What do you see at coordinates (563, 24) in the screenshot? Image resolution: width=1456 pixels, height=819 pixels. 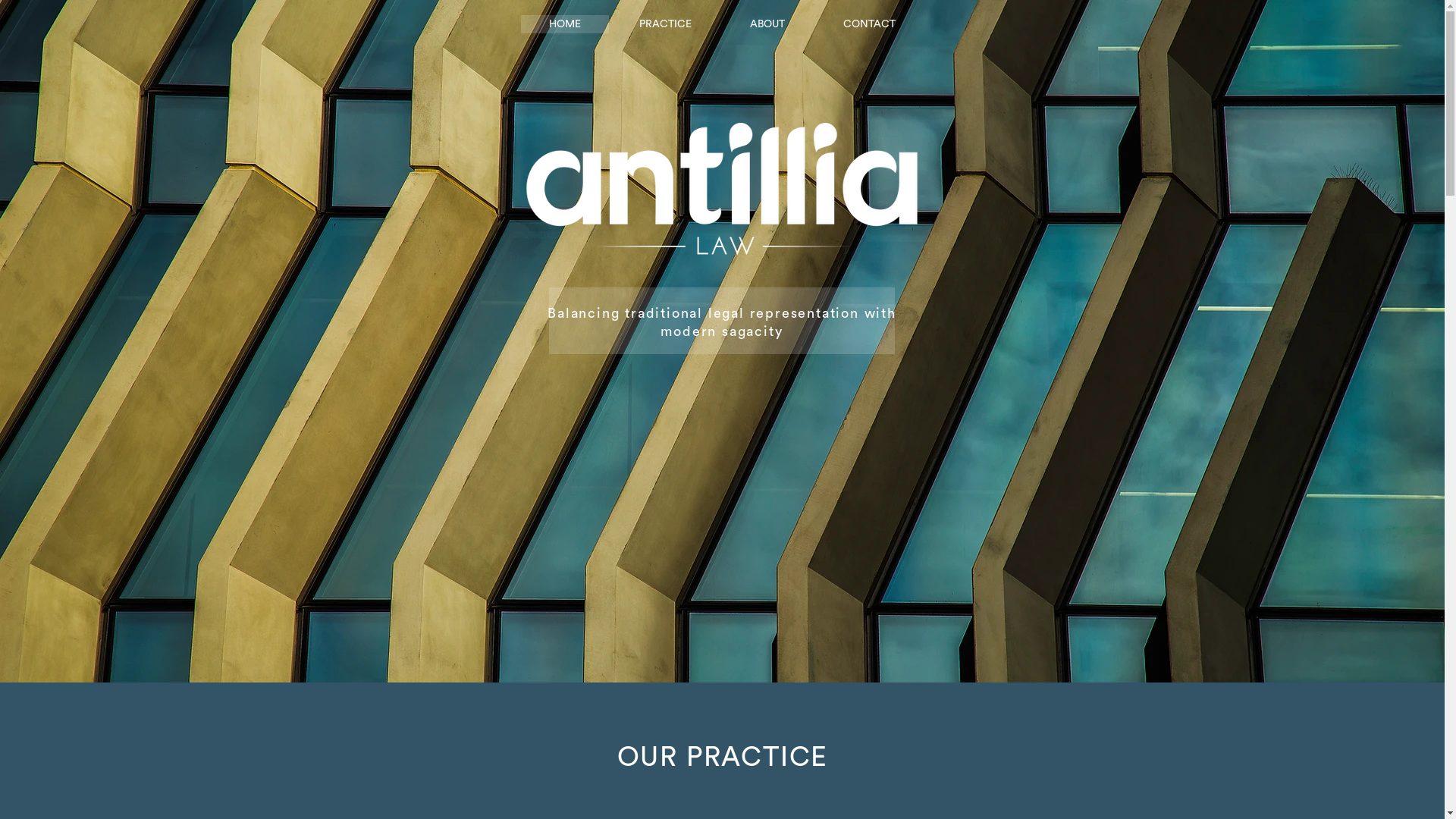 I see `'HOME'` at bounding box center [563, 24].